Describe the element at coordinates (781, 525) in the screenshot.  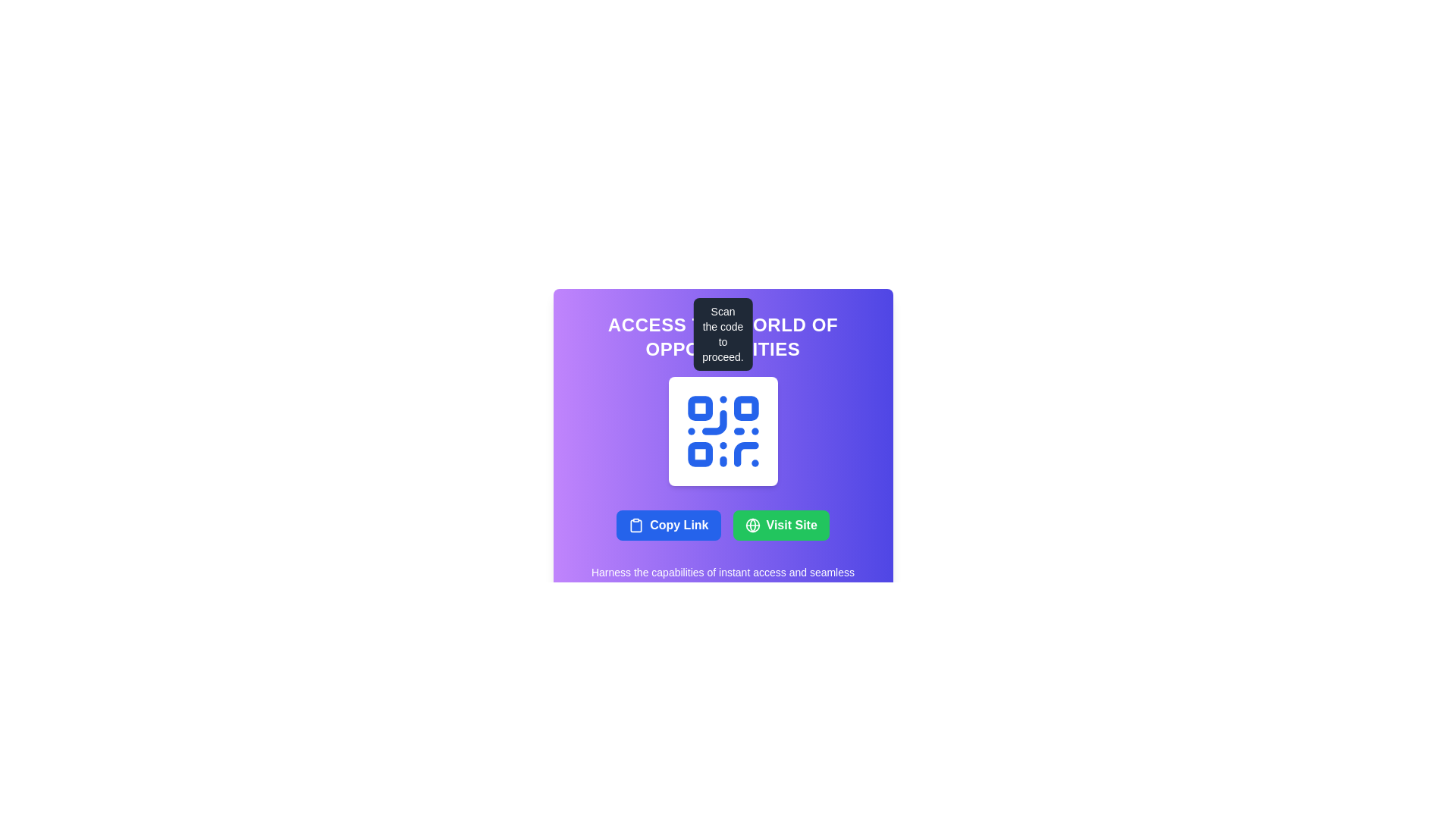
I see `the second button located to the right of the blue 'Copy Link' button to trigger hover styles` at that location.